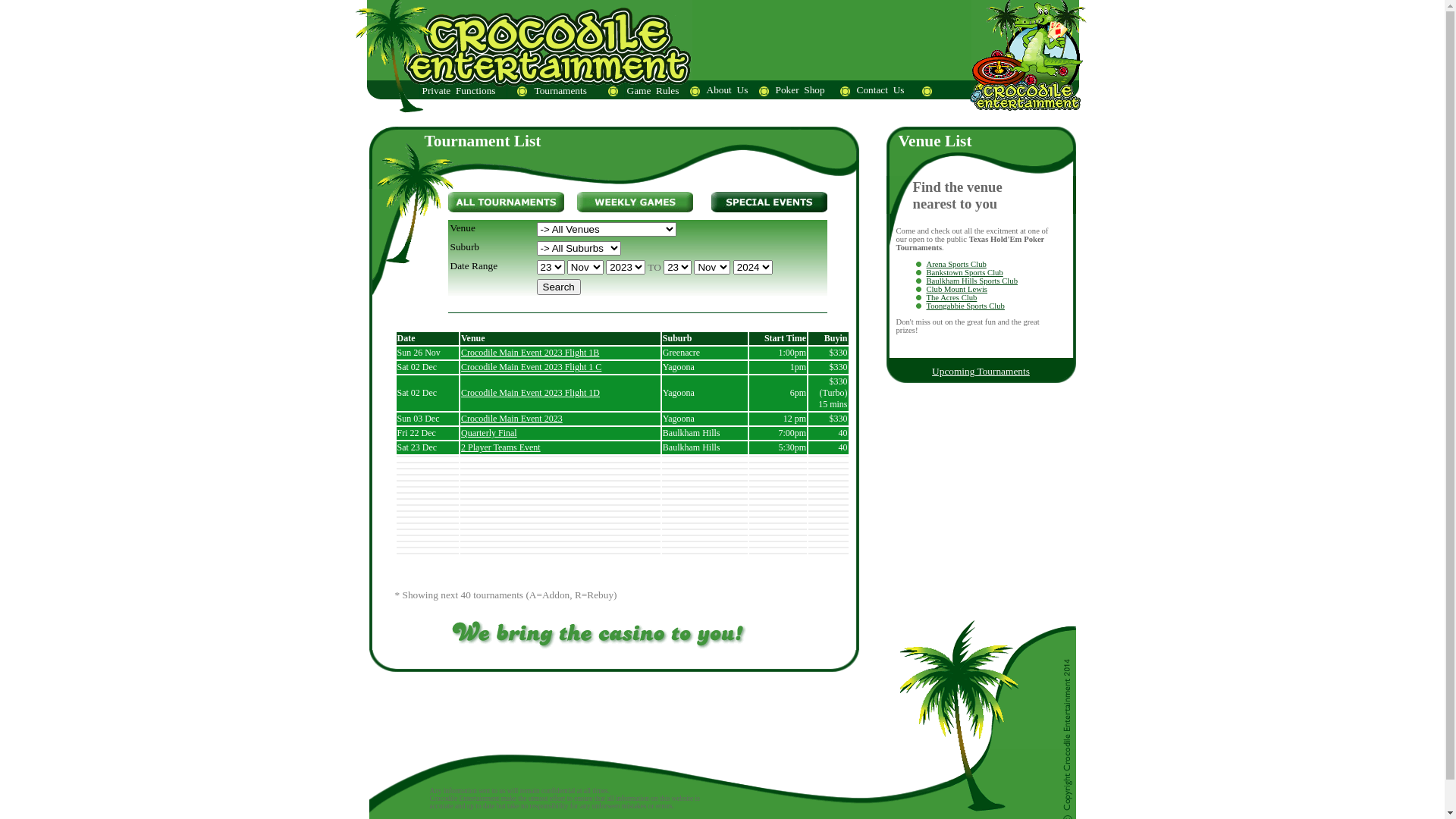  I want to click on 'Game_Rules', so click(655, 90).